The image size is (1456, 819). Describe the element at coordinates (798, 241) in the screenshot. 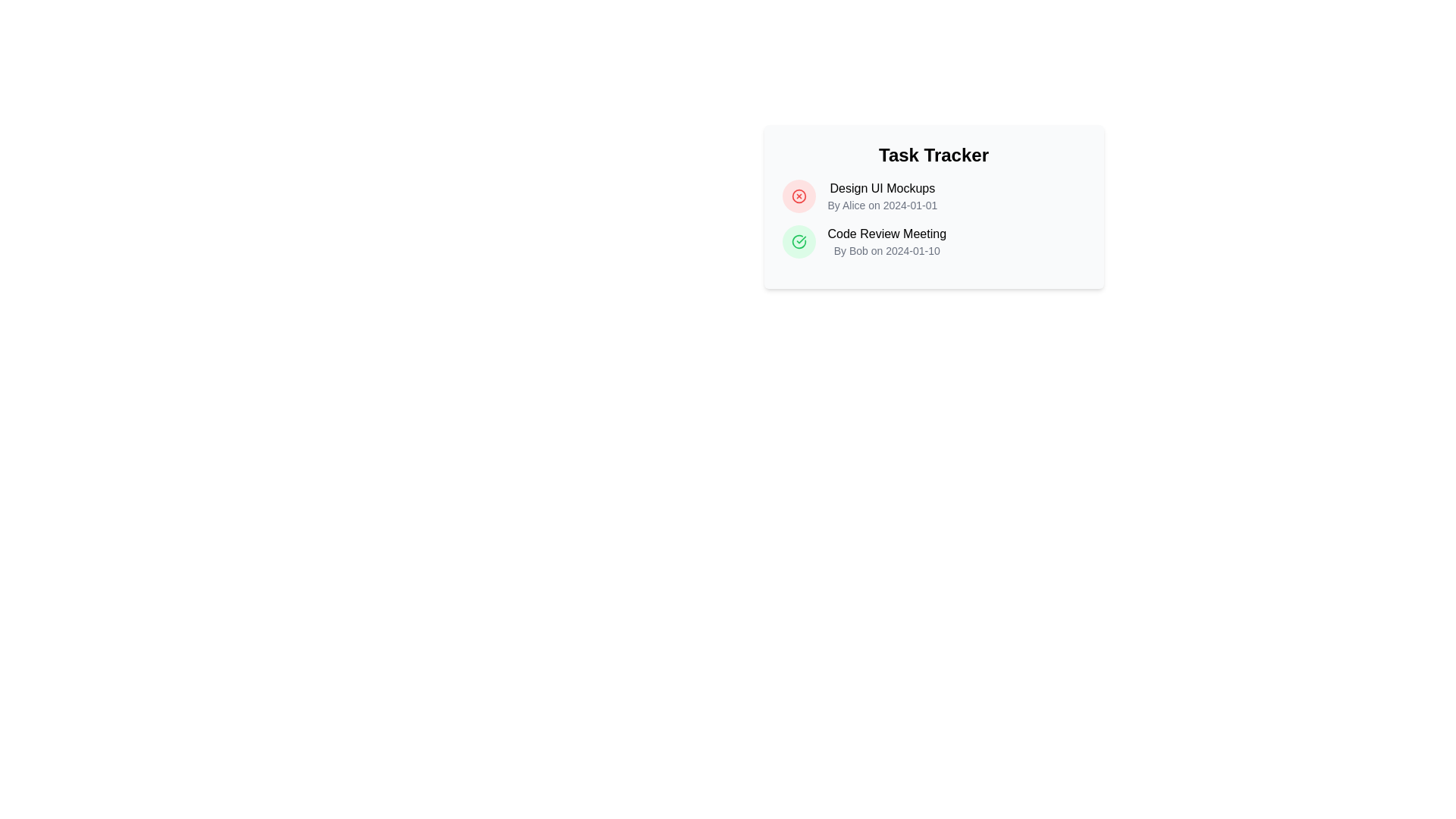

I see `the second circular icon in the vertical list of tasks, located near the text 'Code Review Meeting', which serves as a status indicator for task completion or approval` at that location.